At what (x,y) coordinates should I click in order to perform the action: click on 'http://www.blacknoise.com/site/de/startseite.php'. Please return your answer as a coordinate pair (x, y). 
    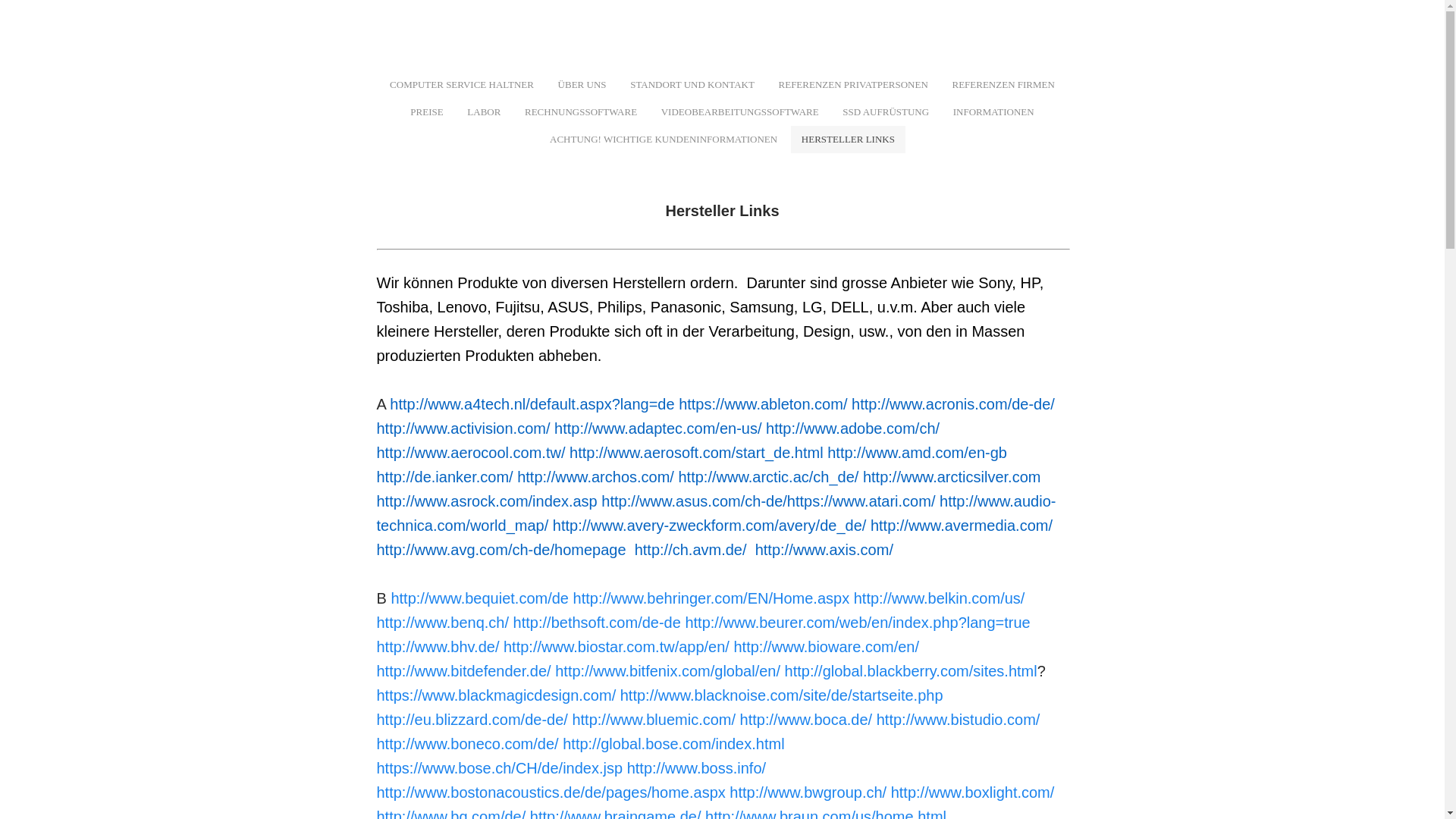
    Looking at the image, I should click on (782, 695).